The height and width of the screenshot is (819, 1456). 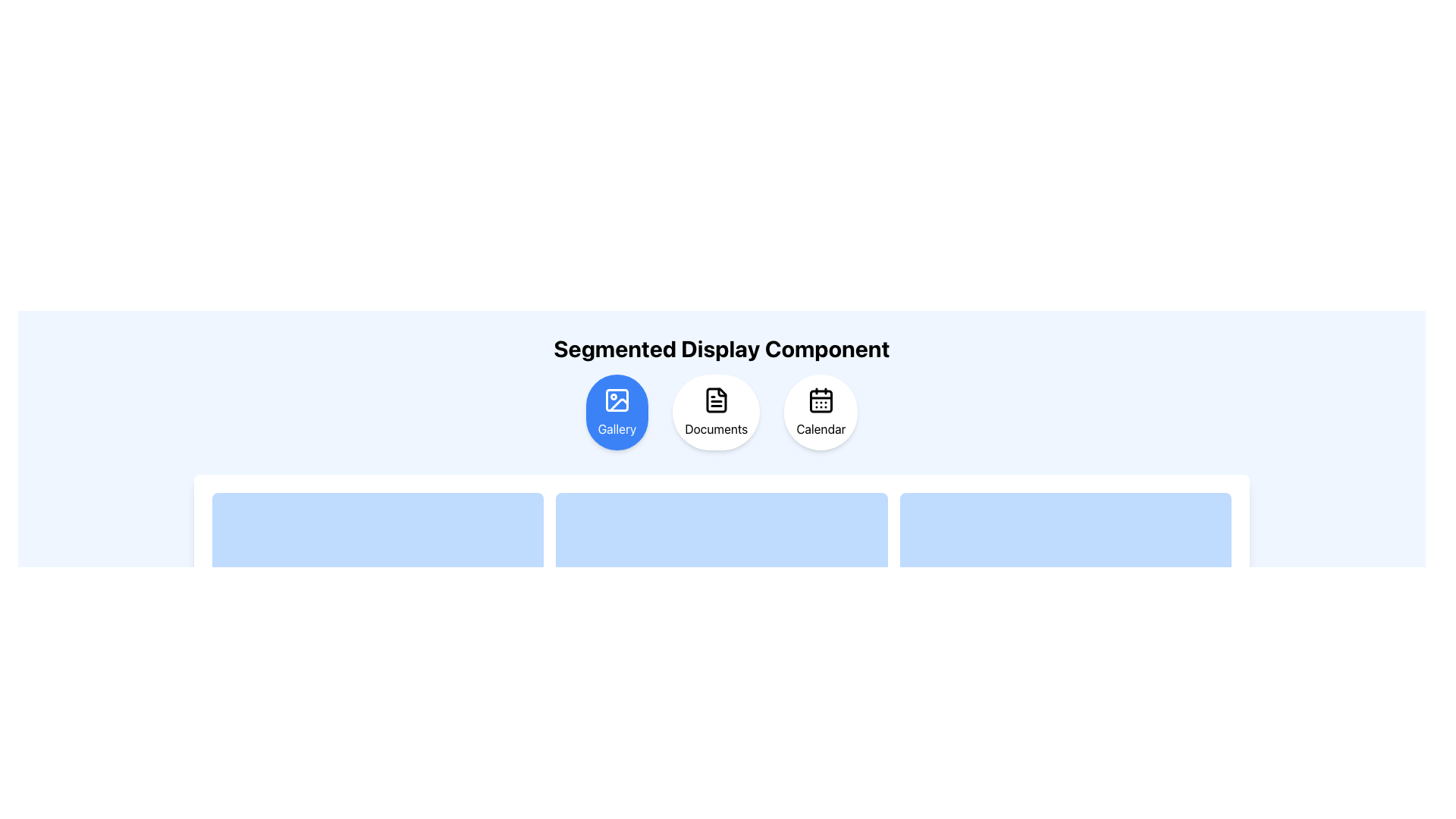 What do you see at coordinates (715, 400) in the screenshot?
I see `the 'Documents' icon, which is located between the 'Gallery' and 'Calendar' buttons in the top section of the interface` at bounding box center [715, 400].